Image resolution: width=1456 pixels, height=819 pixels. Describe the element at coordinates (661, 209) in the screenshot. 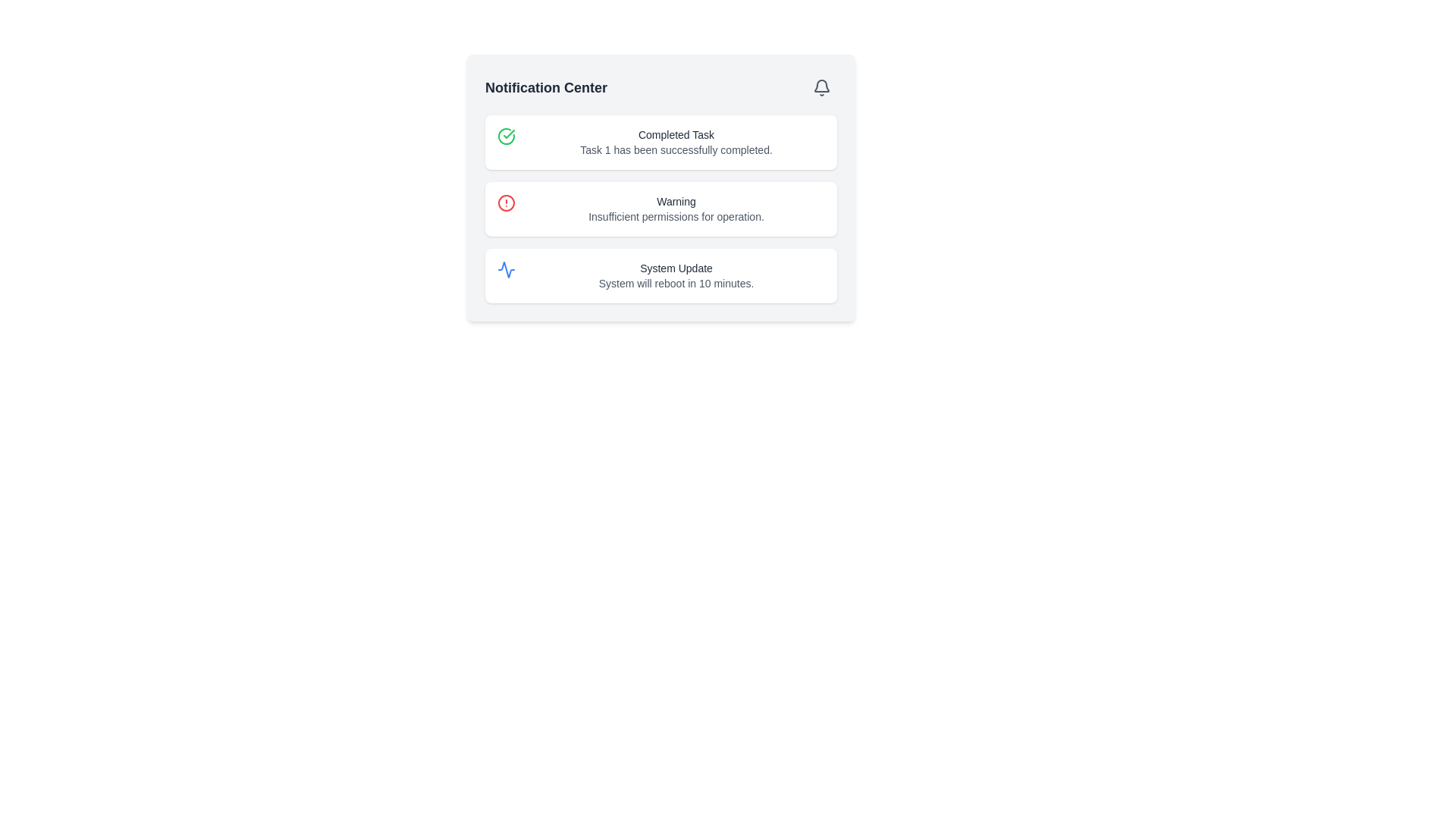

I see `the notification box displaying the warning message 'Insufficient permissions for operation.' which is the second notification in the 'Notification Center.'` at that location.